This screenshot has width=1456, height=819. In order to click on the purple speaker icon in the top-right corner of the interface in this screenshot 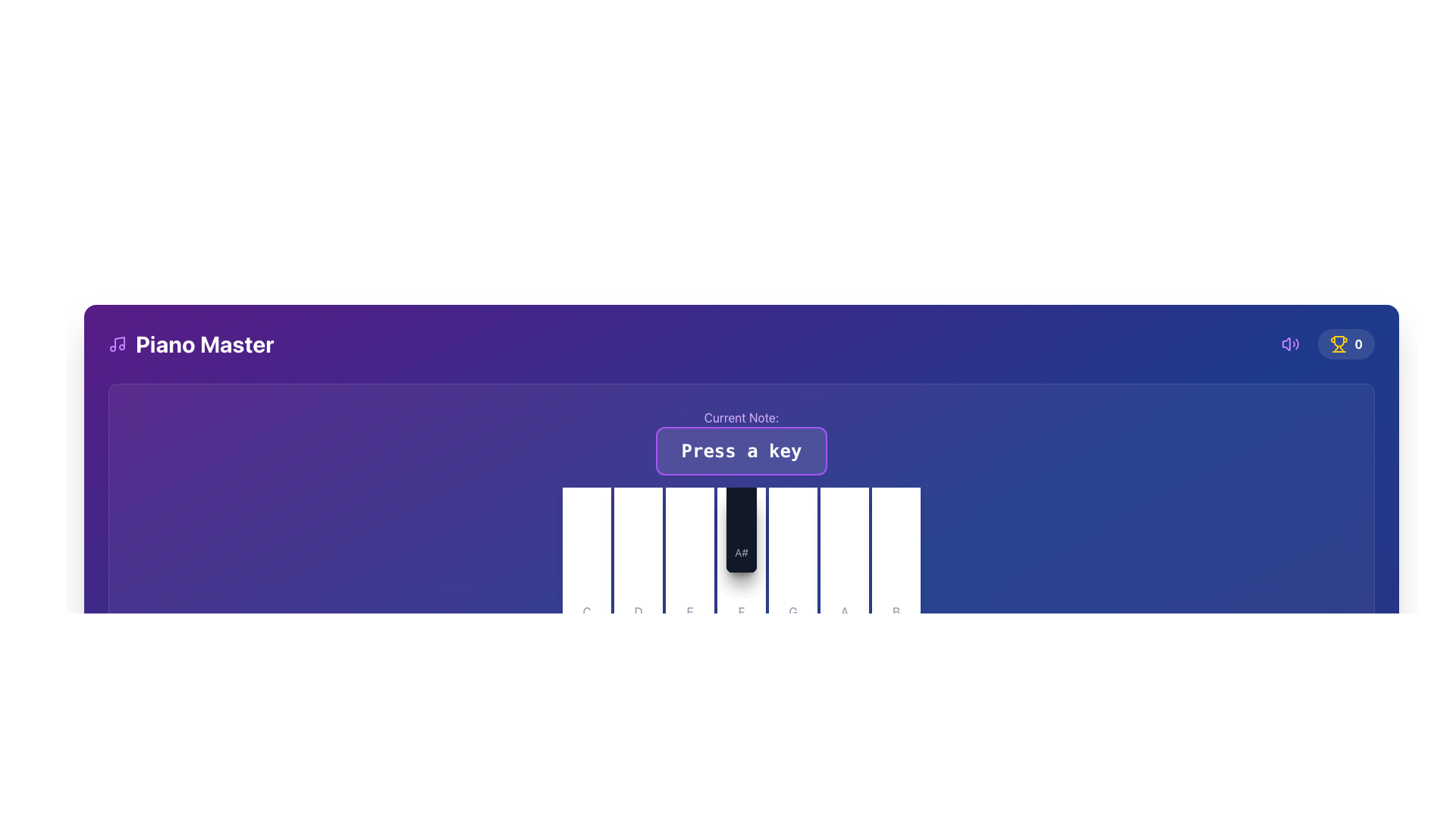, I will do `click(1290, 344)`.